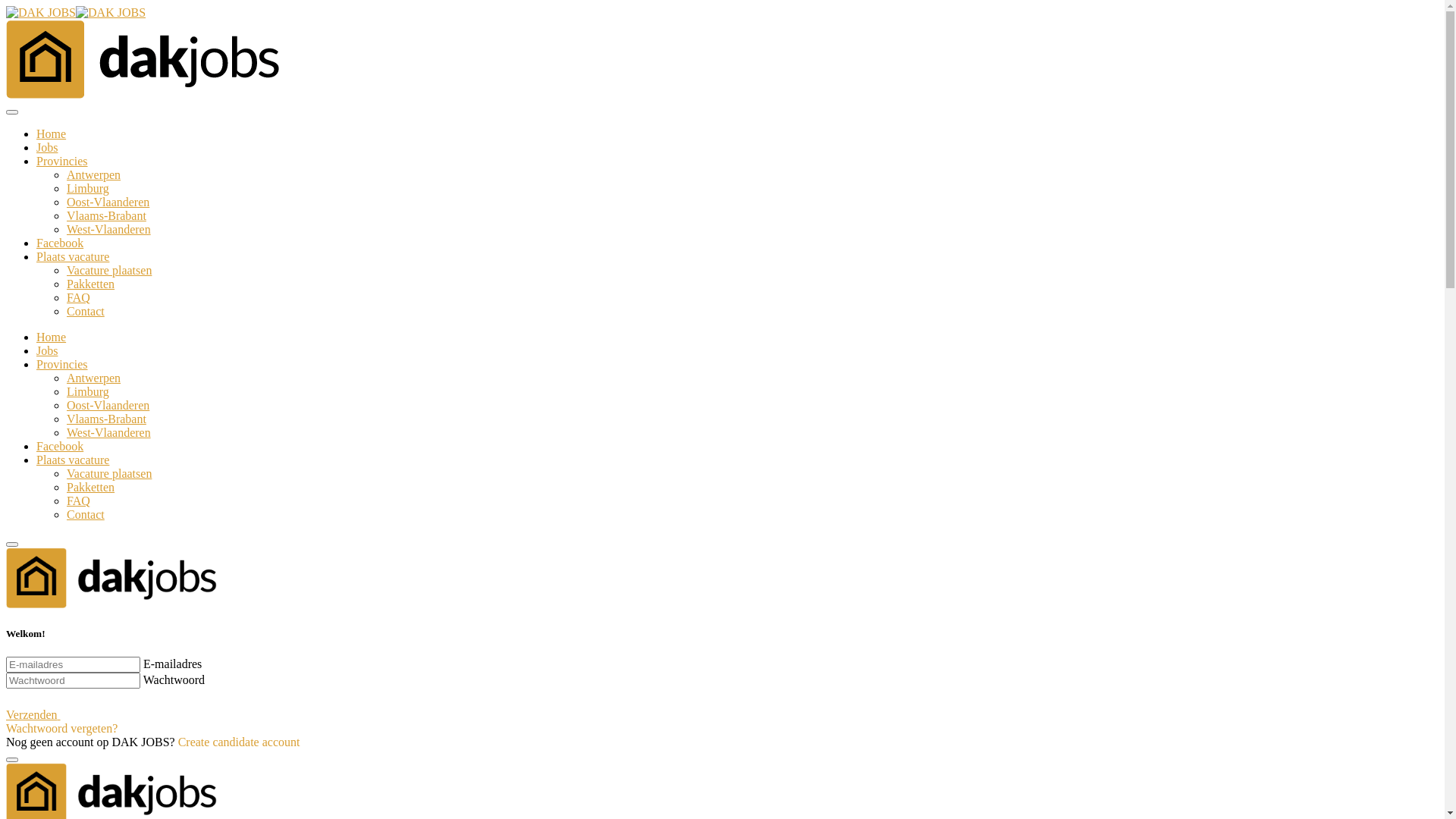 This screenshot has width=1456, height=819. Describe the element at coordinates (107, 404) in the screenshot. I see `'Oost-Vlaanderen'` at that location.